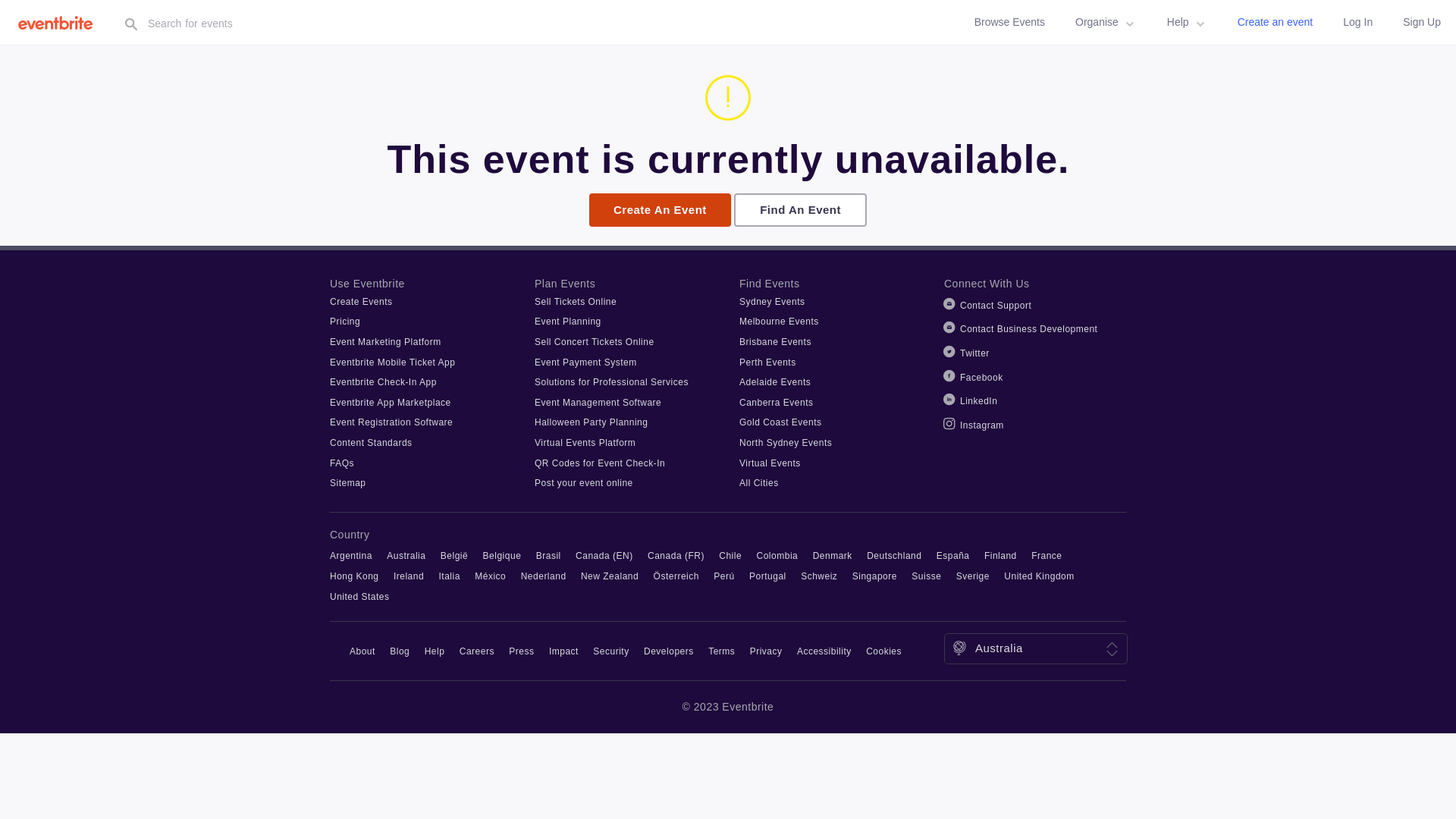 The width and height of the screenshot is (1456, 819). What do you see at coordinates (1274, 22) in the screenshot?
I see `'Create an event'` at bounding box center [1274, 22].